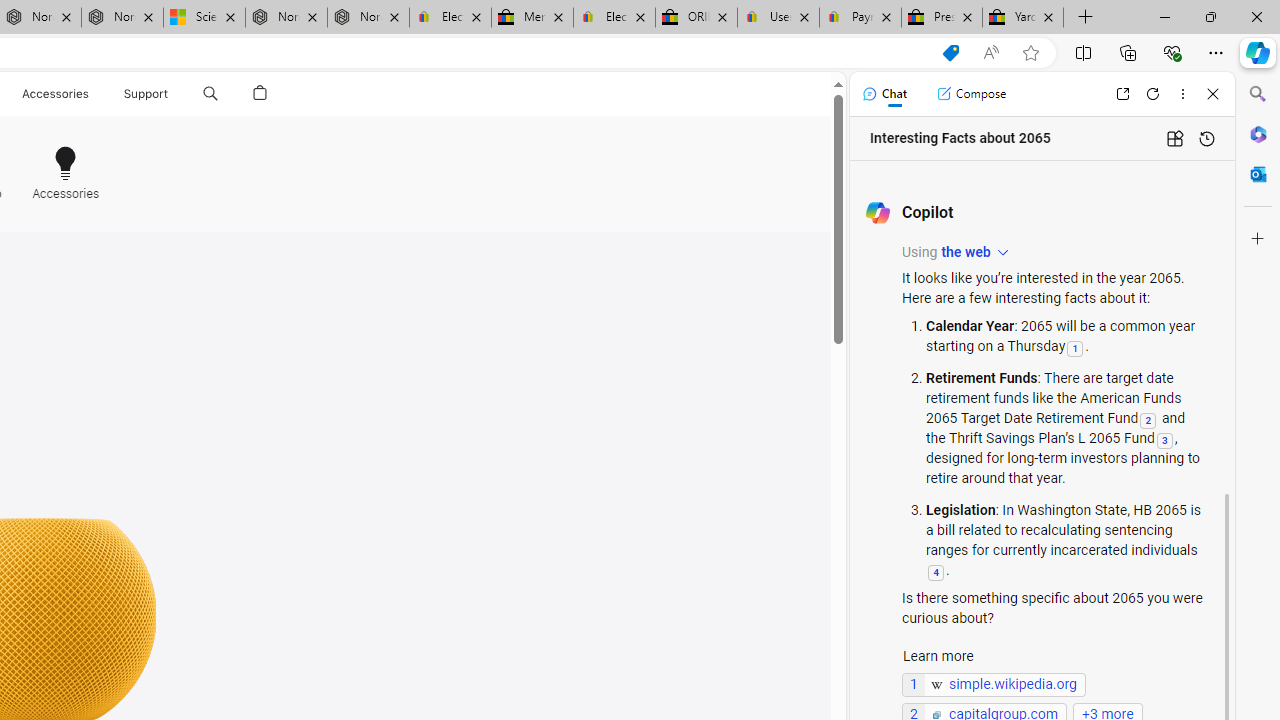 The height and width of the screenshot is (720, 1280). What do you see at coordinates (1122, 93) in the screenshot?
I see `'Open link in new tab'` at bounding box center [1122, 93].